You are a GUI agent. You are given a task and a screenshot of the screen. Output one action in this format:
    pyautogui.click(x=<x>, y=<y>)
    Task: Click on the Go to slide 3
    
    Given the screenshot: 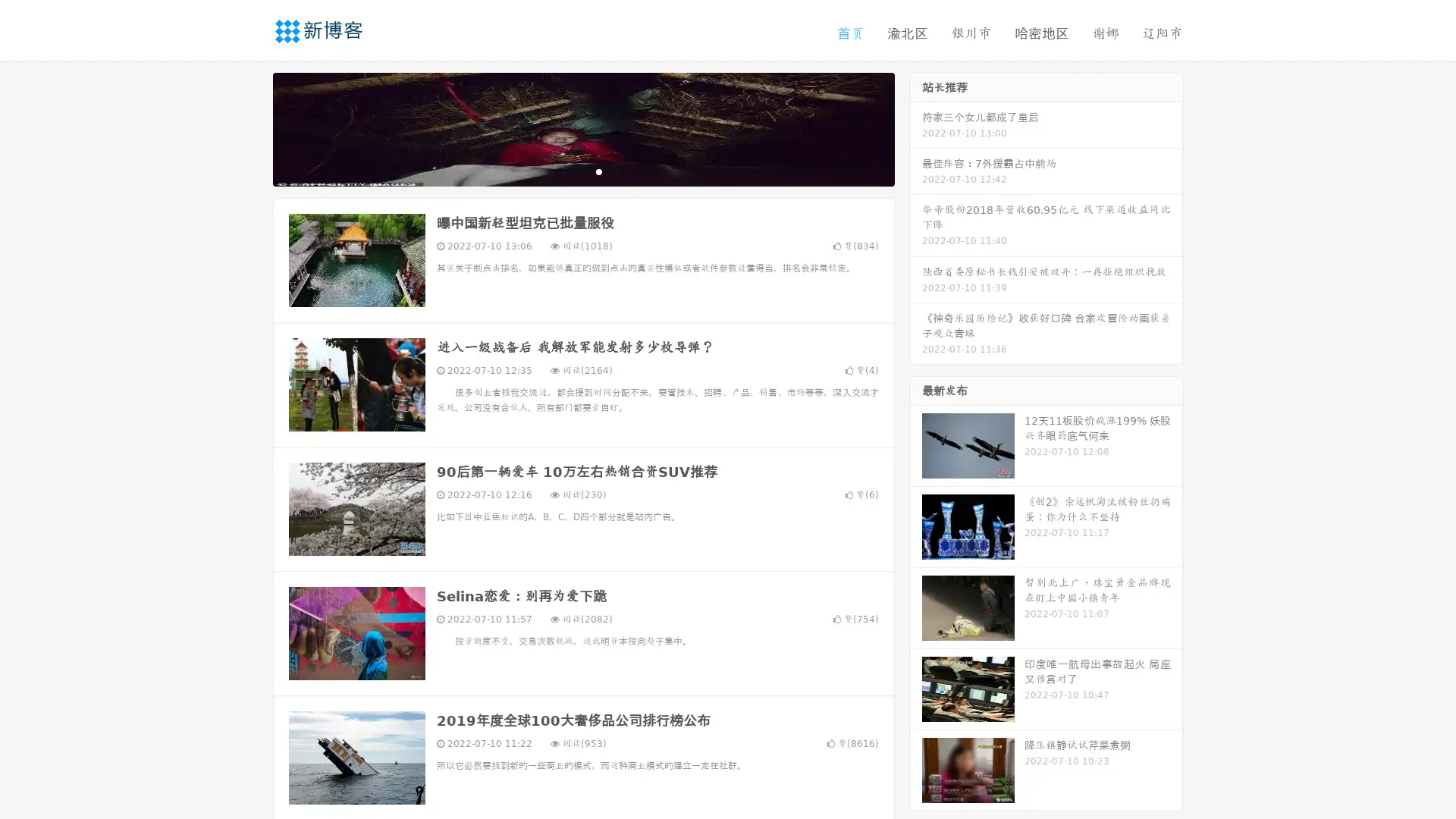 What is the action you would take?
    pyautogui.click(x=598, y=171)
    